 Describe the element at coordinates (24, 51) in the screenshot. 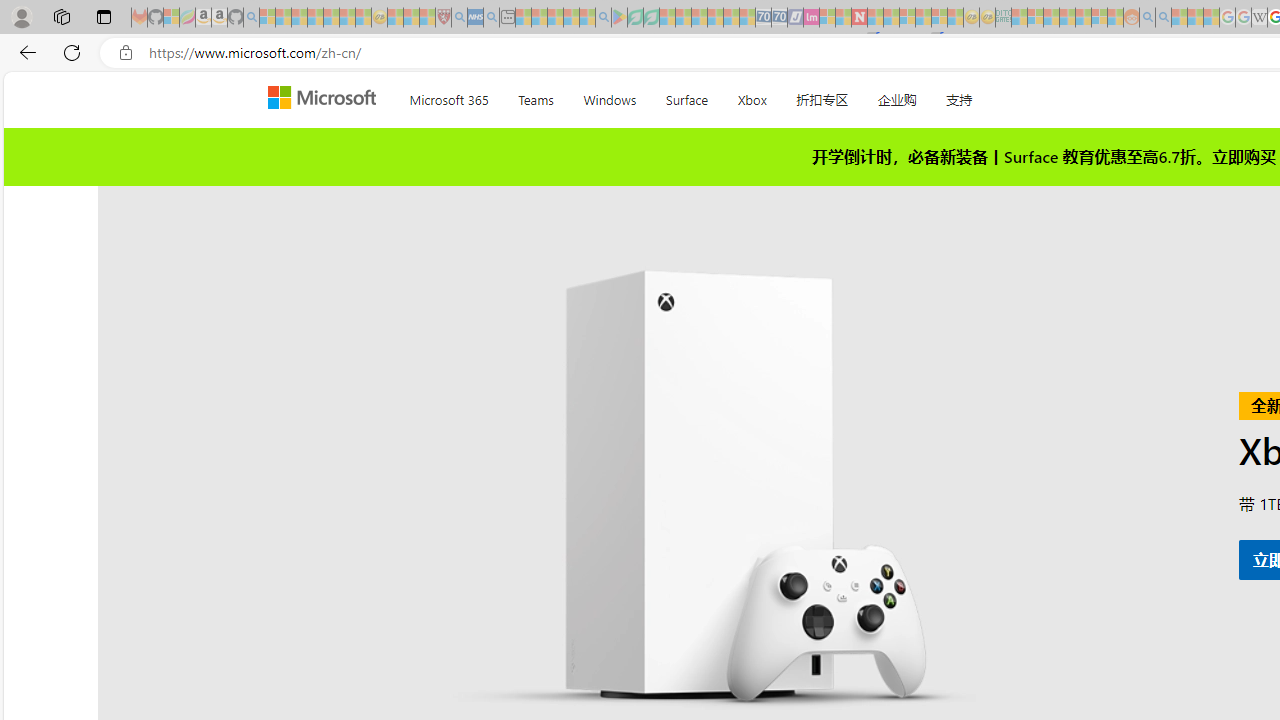

I see `'Back'` at that location.